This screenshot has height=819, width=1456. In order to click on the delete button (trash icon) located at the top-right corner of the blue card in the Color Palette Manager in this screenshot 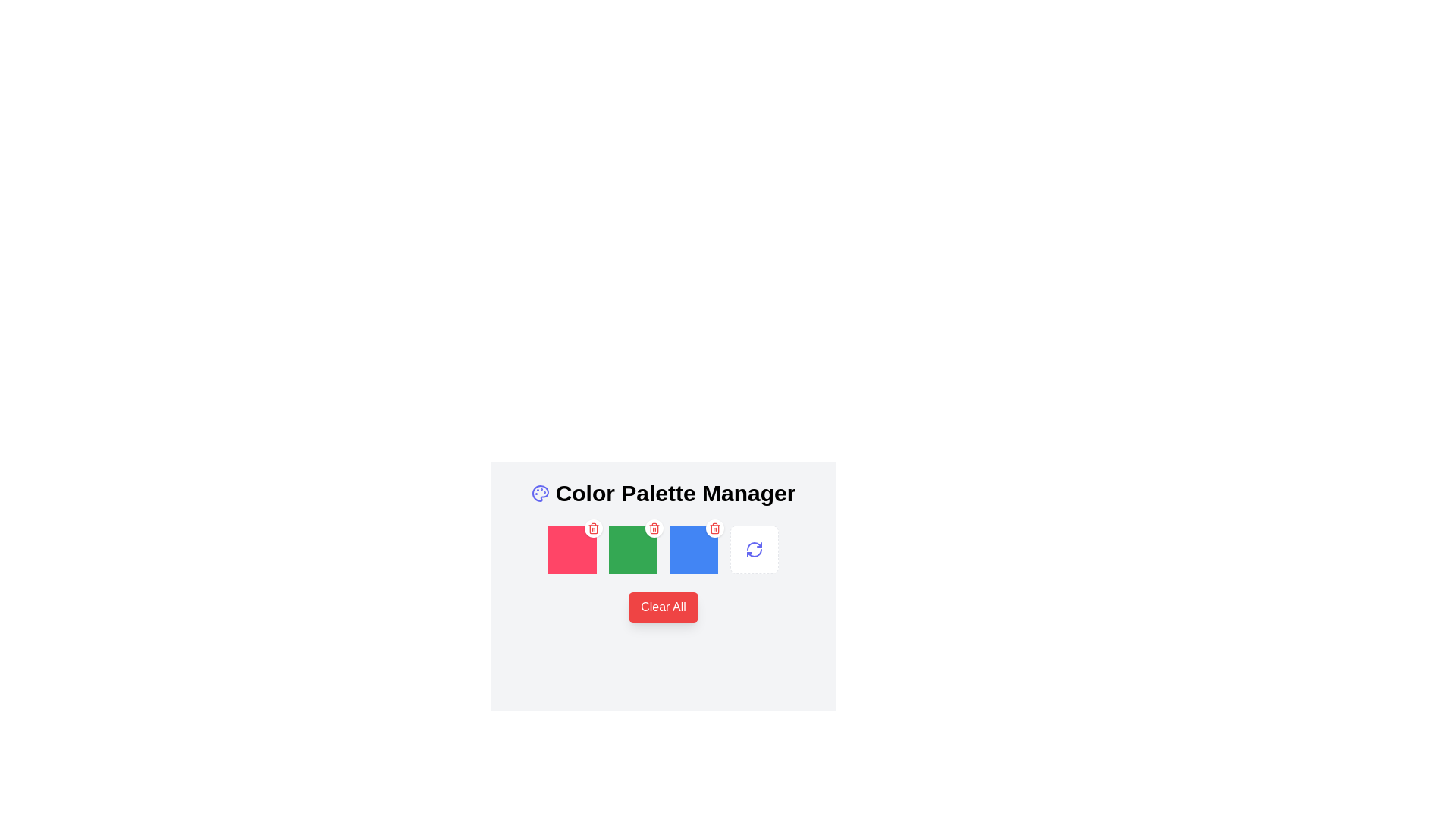, I will do `click(714, 528)`.